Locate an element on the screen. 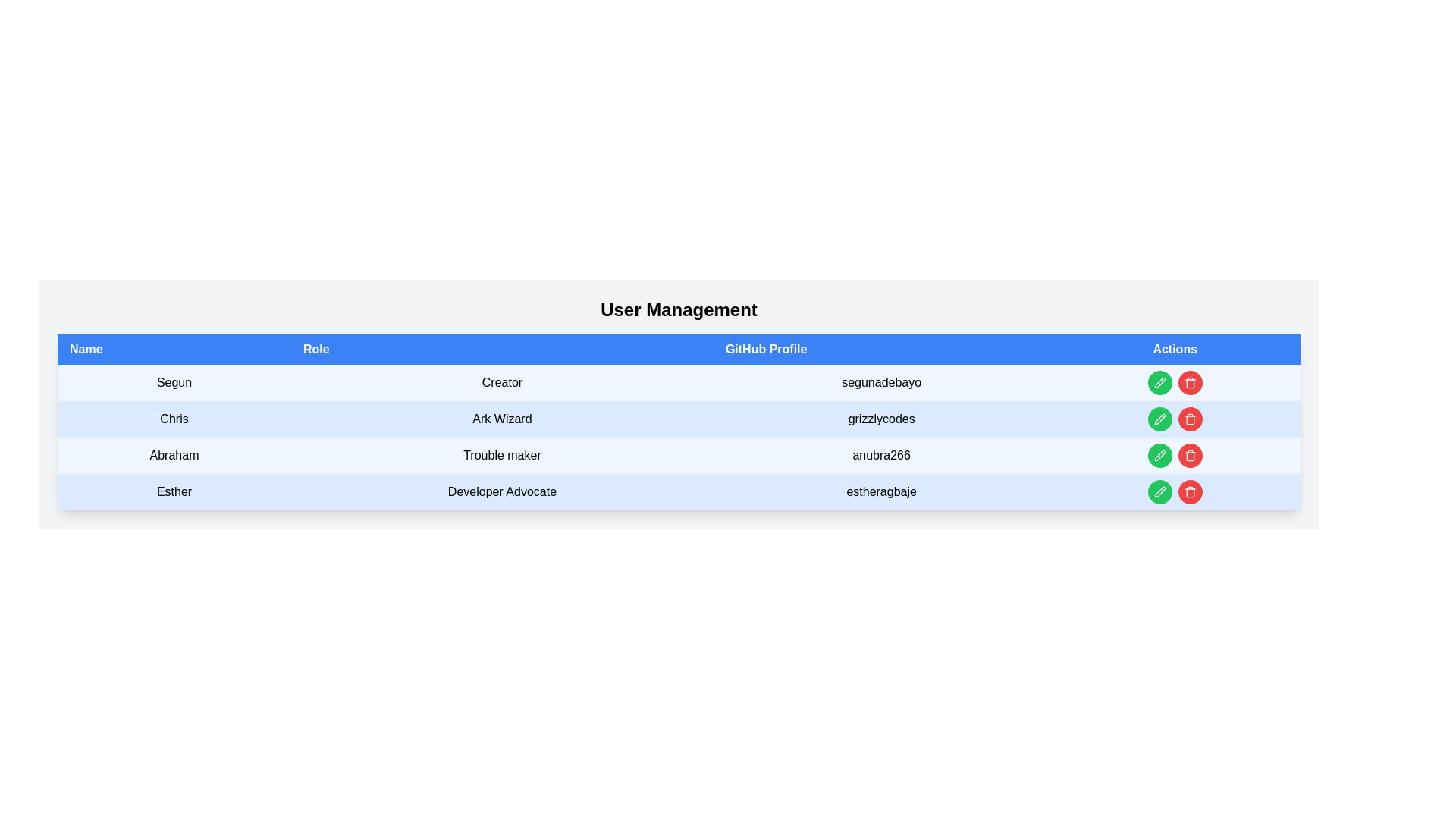  the circular red button with a white trash icon located is located at coordinates (1189, 491).